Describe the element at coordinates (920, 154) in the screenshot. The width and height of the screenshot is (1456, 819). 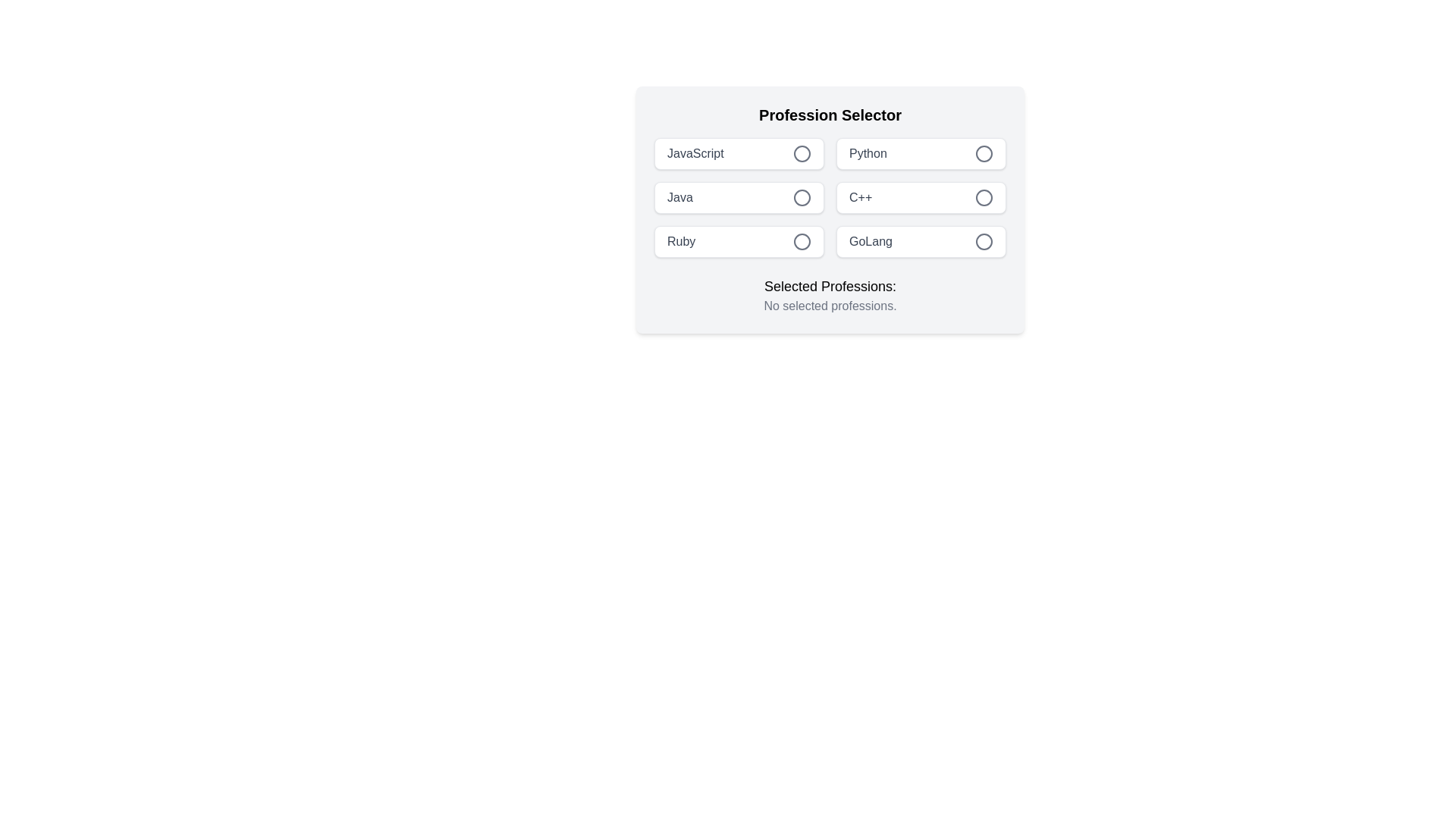
I see `the 'Python' radio button in the Profession Selector group` at that location.